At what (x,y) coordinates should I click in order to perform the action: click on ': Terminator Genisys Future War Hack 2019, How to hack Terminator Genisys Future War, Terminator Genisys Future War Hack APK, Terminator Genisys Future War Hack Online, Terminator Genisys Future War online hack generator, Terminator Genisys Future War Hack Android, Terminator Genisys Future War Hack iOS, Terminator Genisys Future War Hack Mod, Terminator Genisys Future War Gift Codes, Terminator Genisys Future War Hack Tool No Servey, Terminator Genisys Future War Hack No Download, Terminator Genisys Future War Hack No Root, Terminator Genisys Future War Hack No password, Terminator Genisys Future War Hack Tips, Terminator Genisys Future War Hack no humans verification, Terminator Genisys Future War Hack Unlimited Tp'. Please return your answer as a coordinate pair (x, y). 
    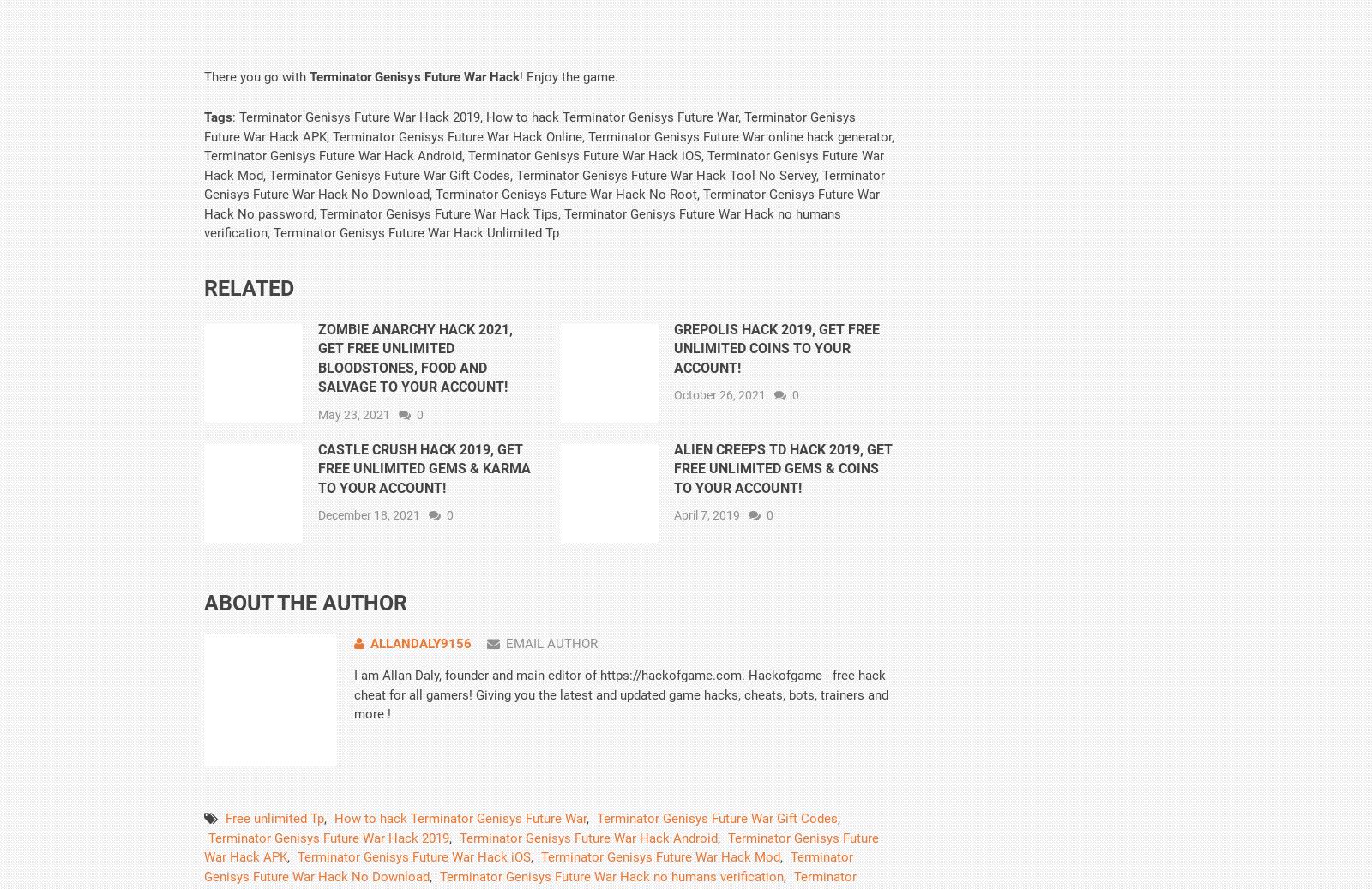
    Looking at the image, I should click on (203, 174).